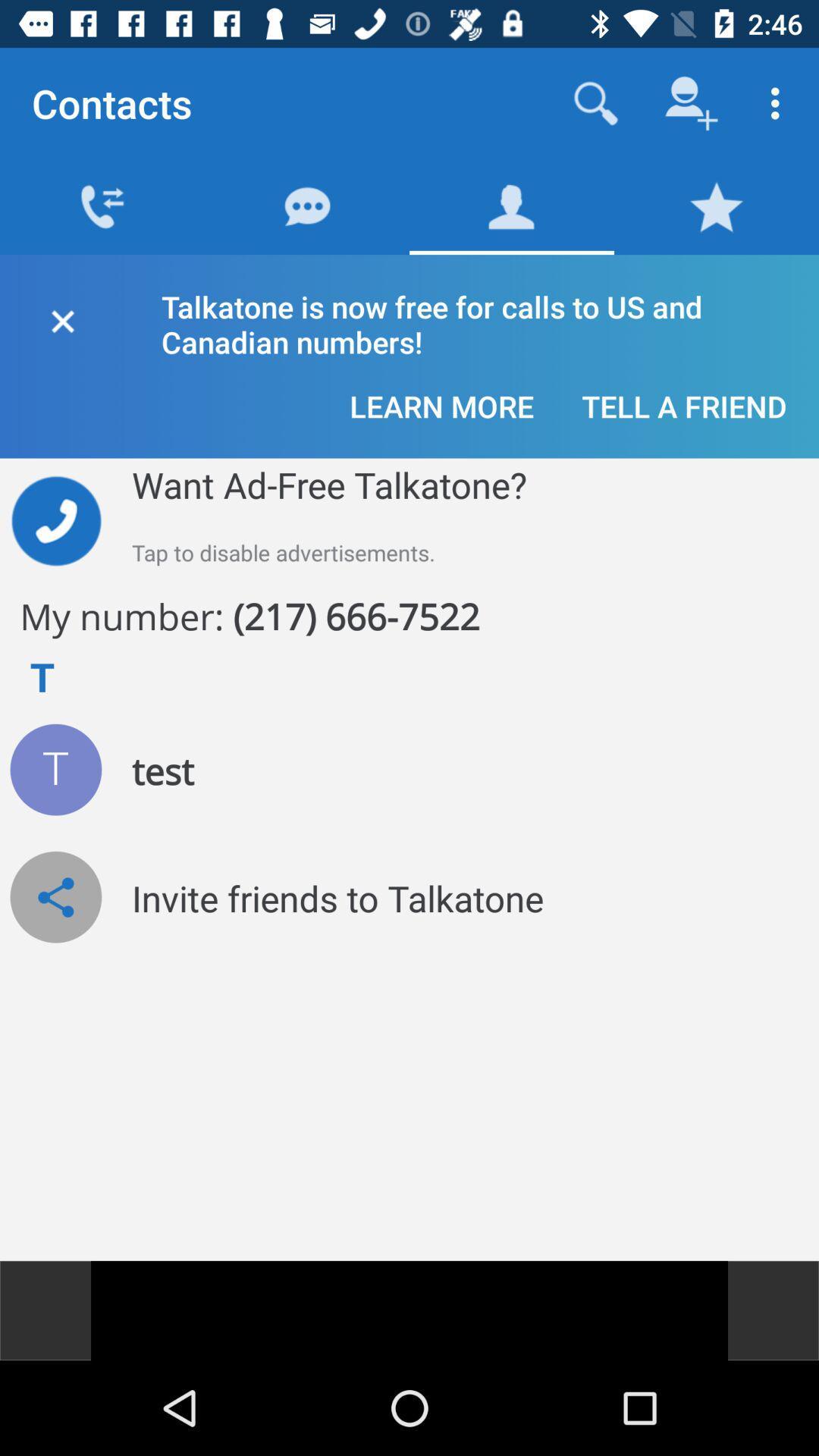 This screenshot has height=1456, width=819. What do you see at coordinates (61, 318) in the screenshot?
I see `the close icon` at bounding box center [61, 318].